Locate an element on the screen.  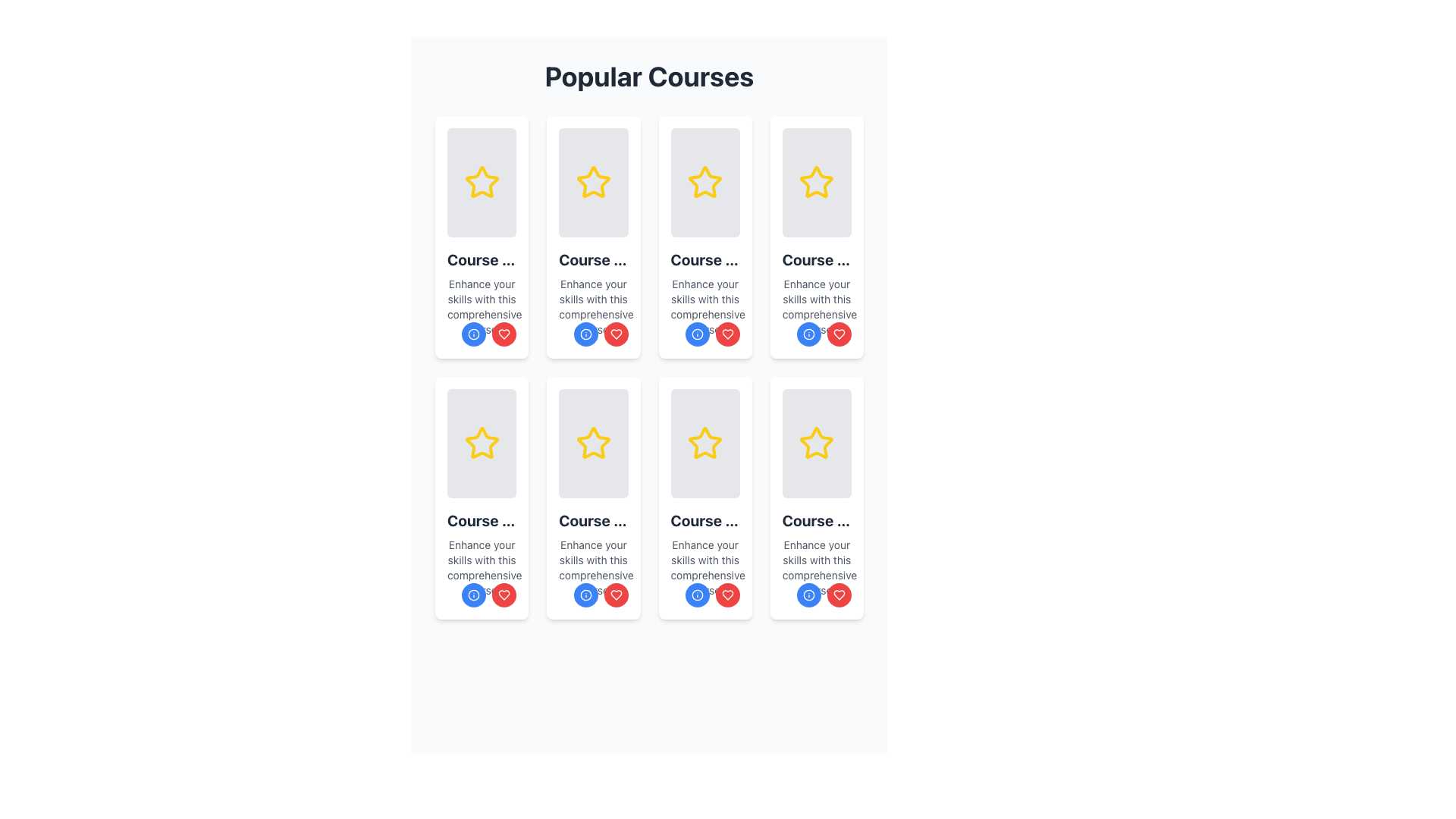
the circular blue button with a white border and an information icon inside, located to the left of the red favorite button at the bottom-right of the card component is located at coordinates (808, 595).